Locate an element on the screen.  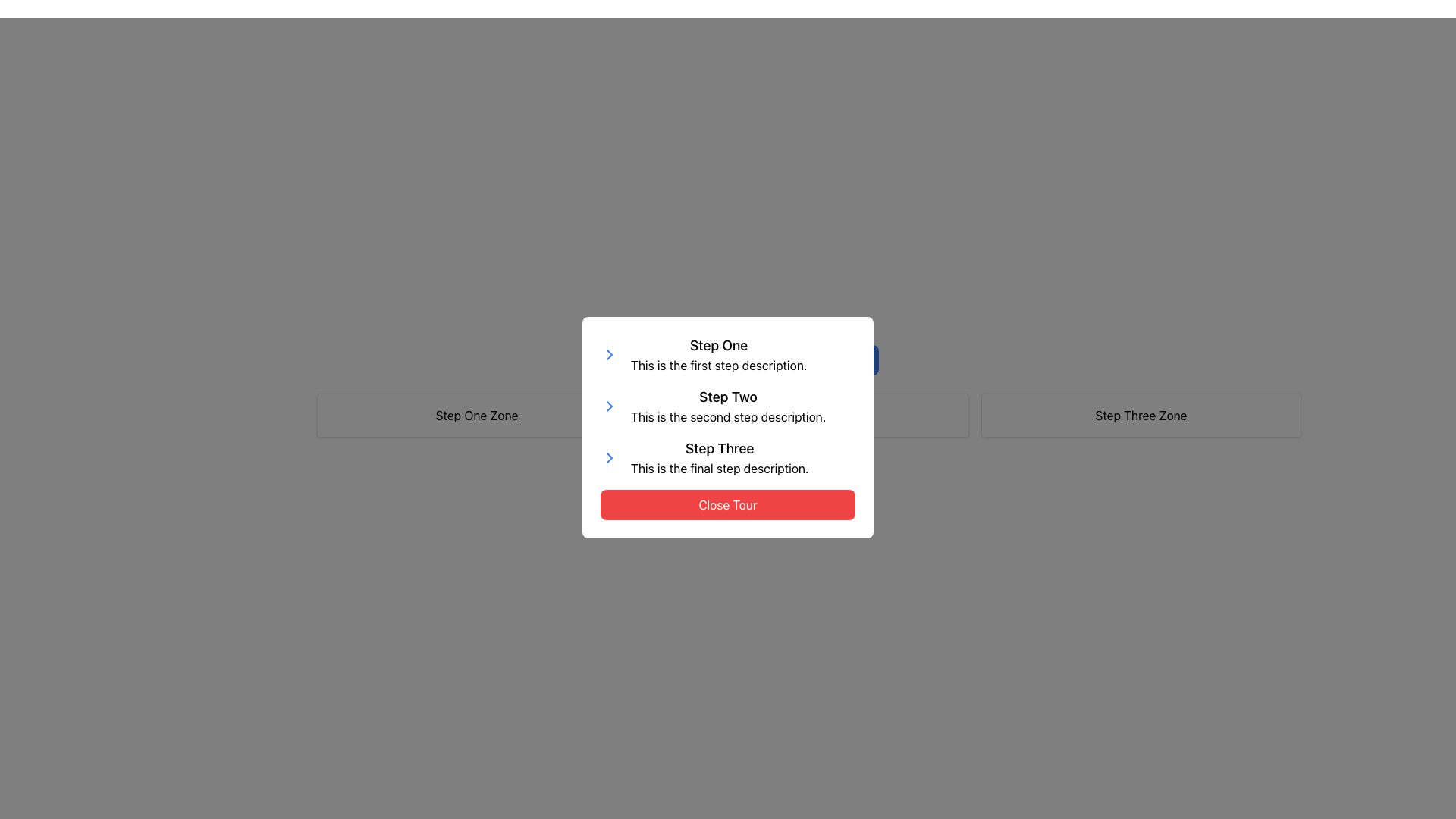
the static text that contains 'This is the second step description.' to potentially reveal additional information is located at coordinates (728, 417).